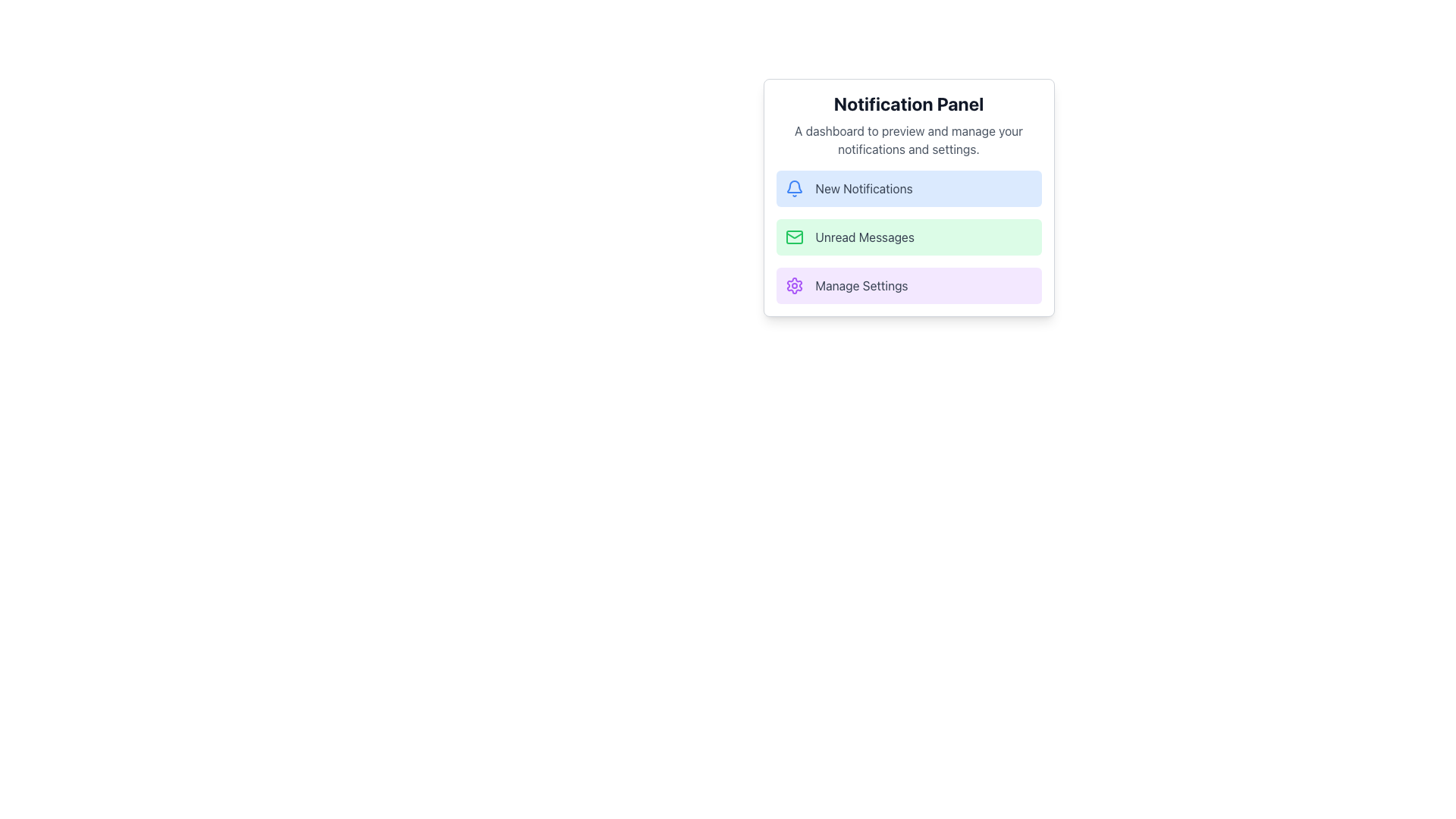 The height and width of the screenshot is (819, 1456). What do you see at coordinates (864, 188) in the screenshot?
I see `the 'New Notifications' text label, which is styled with a gray font and positioned within a light blue rectangular background, located to the right of a bell icon` at bounding box center [864, 188].